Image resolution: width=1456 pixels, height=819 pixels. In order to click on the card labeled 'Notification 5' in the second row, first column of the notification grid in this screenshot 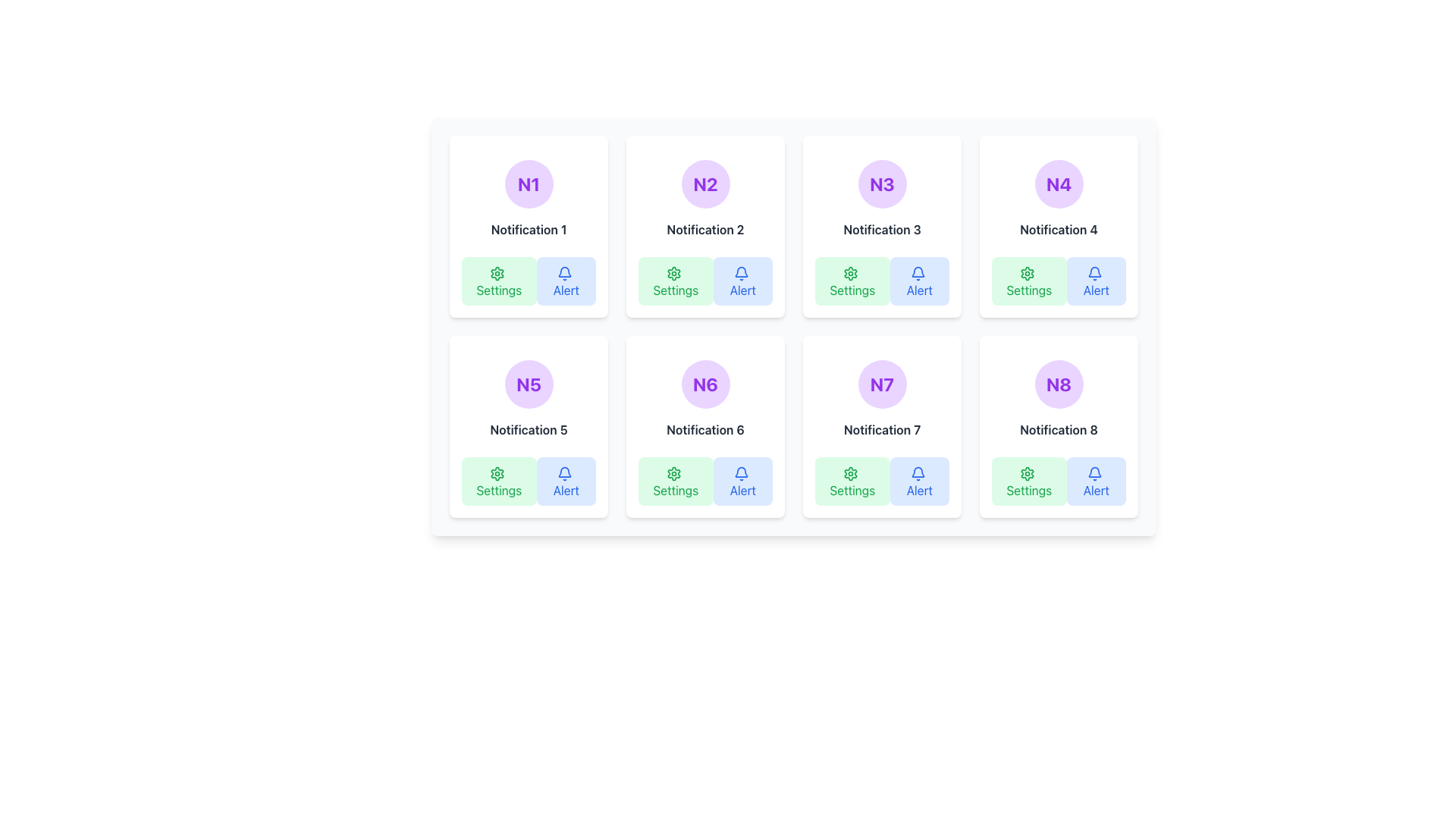, I will do `click(529, 427)`.